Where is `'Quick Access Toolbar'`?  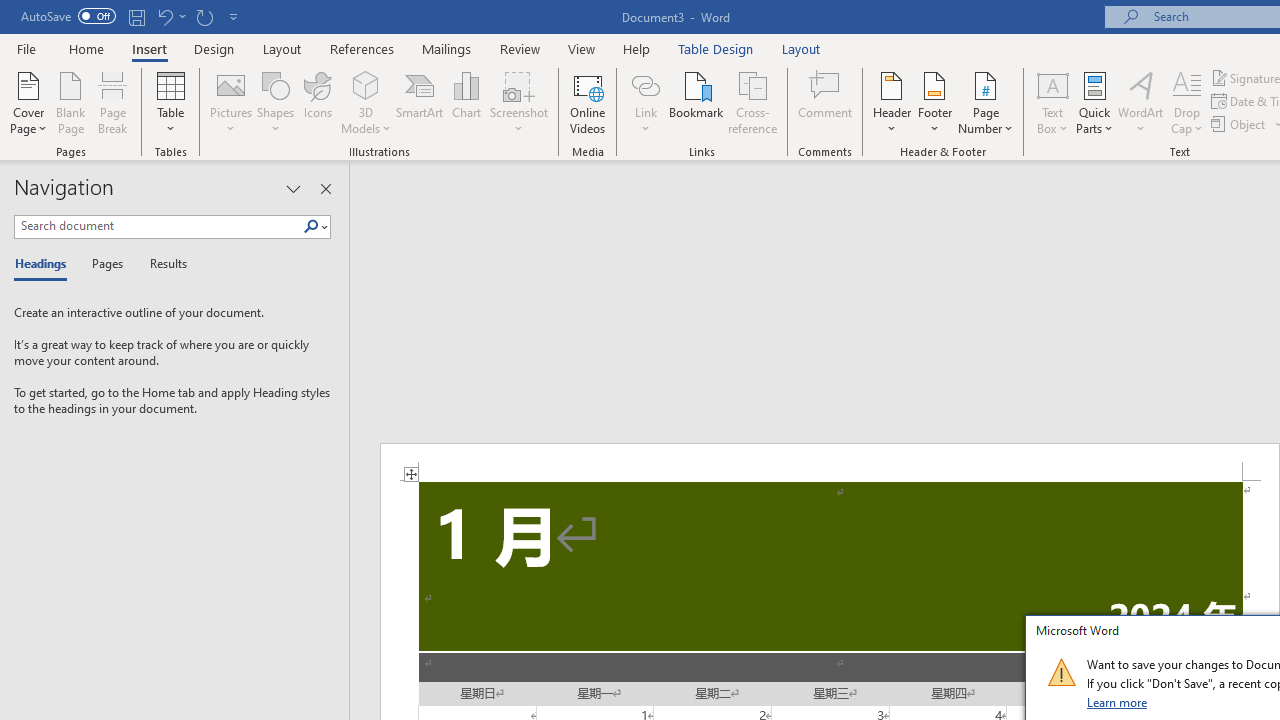
'Quick Access Toolbar' is located at coordinates (130, 16).